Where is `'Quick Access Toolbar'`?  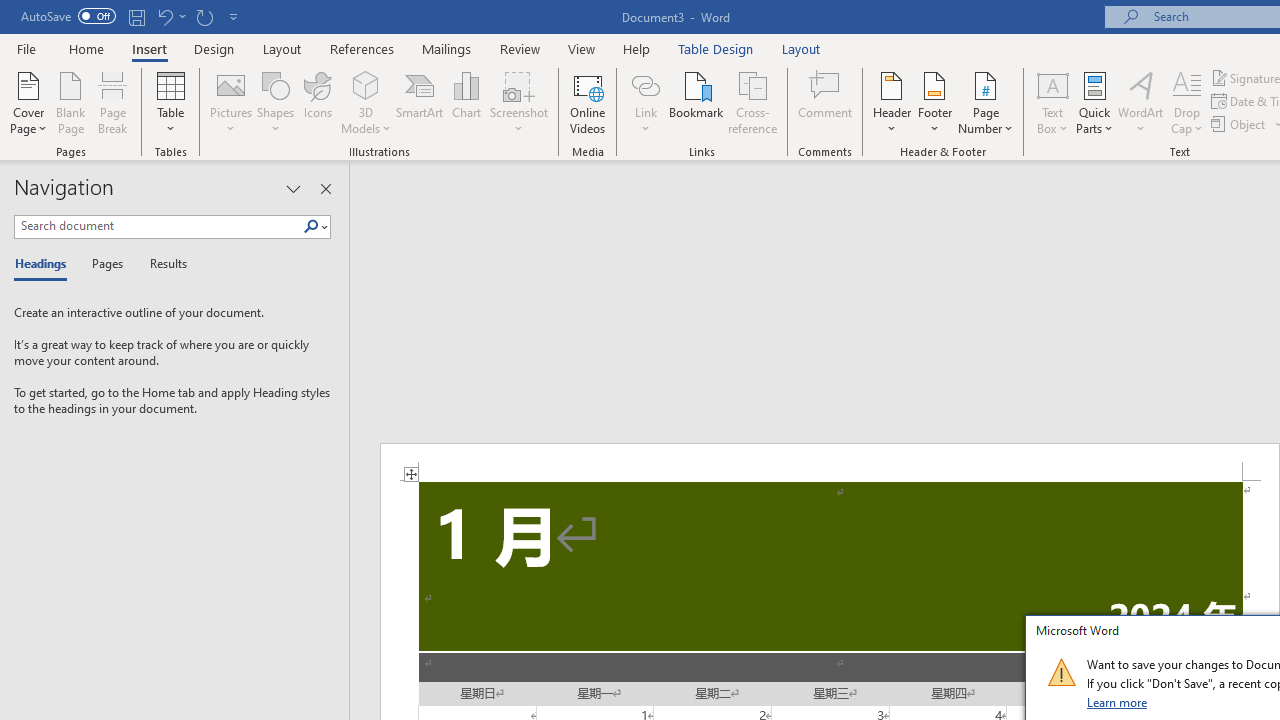
'Quick Access Toolbar' is located at coordinates (130, 16).